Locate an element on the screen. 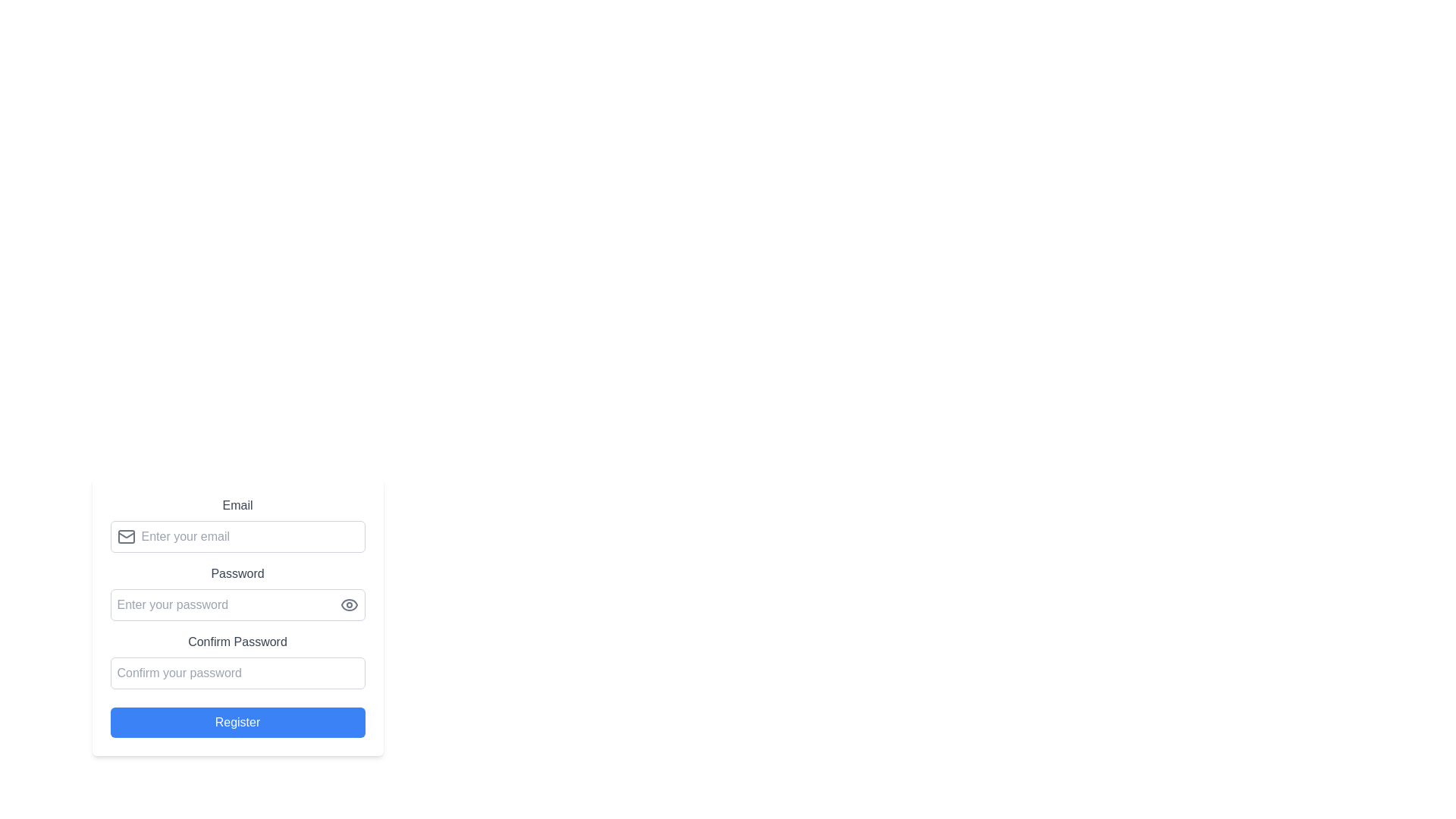  the password input field labeled 'Enter your password' to focus on it is located at coordinates (224, 604).